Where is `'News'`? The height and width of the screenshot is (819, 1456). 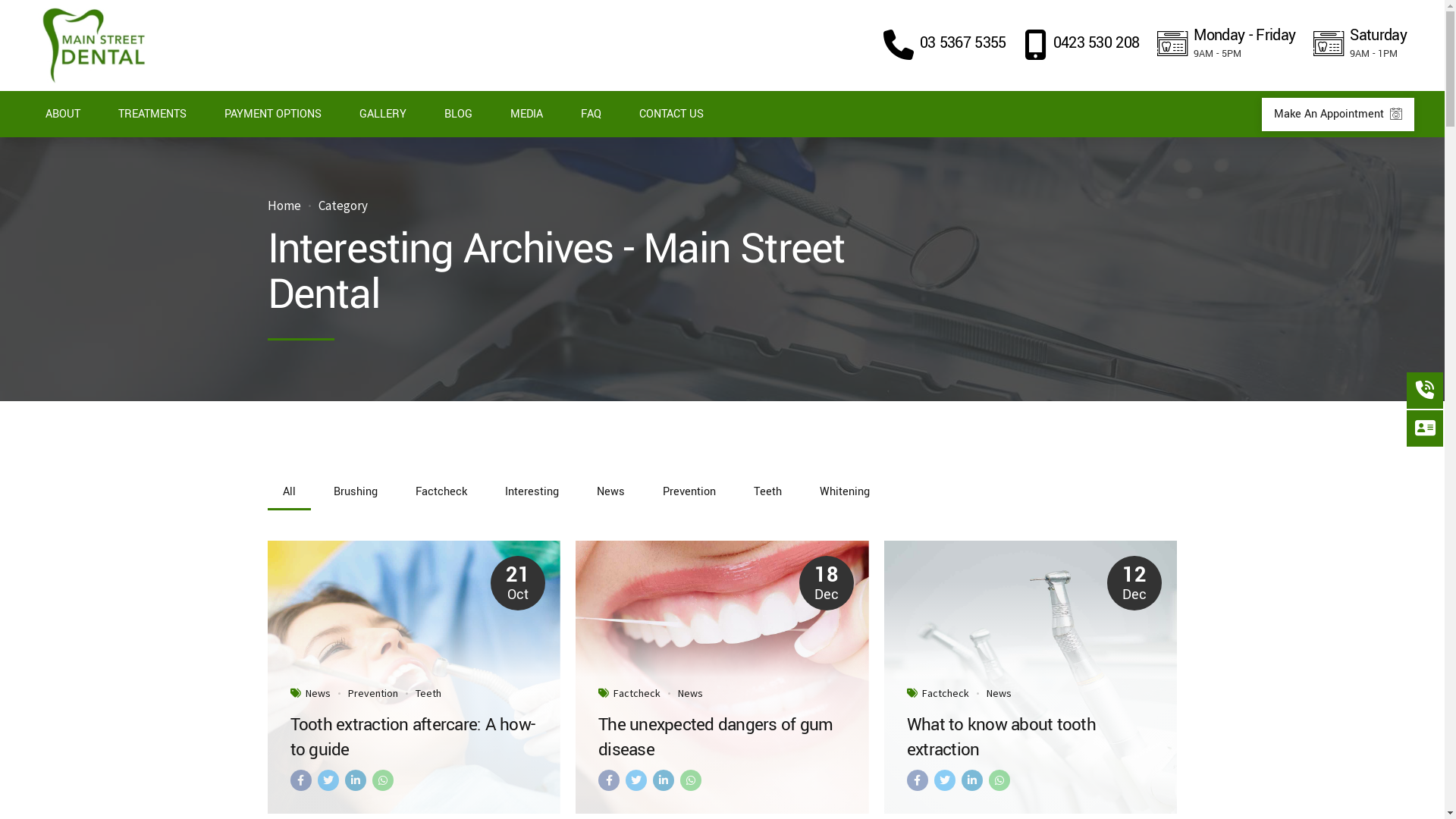 'News' is located at coordinates (689, 693).